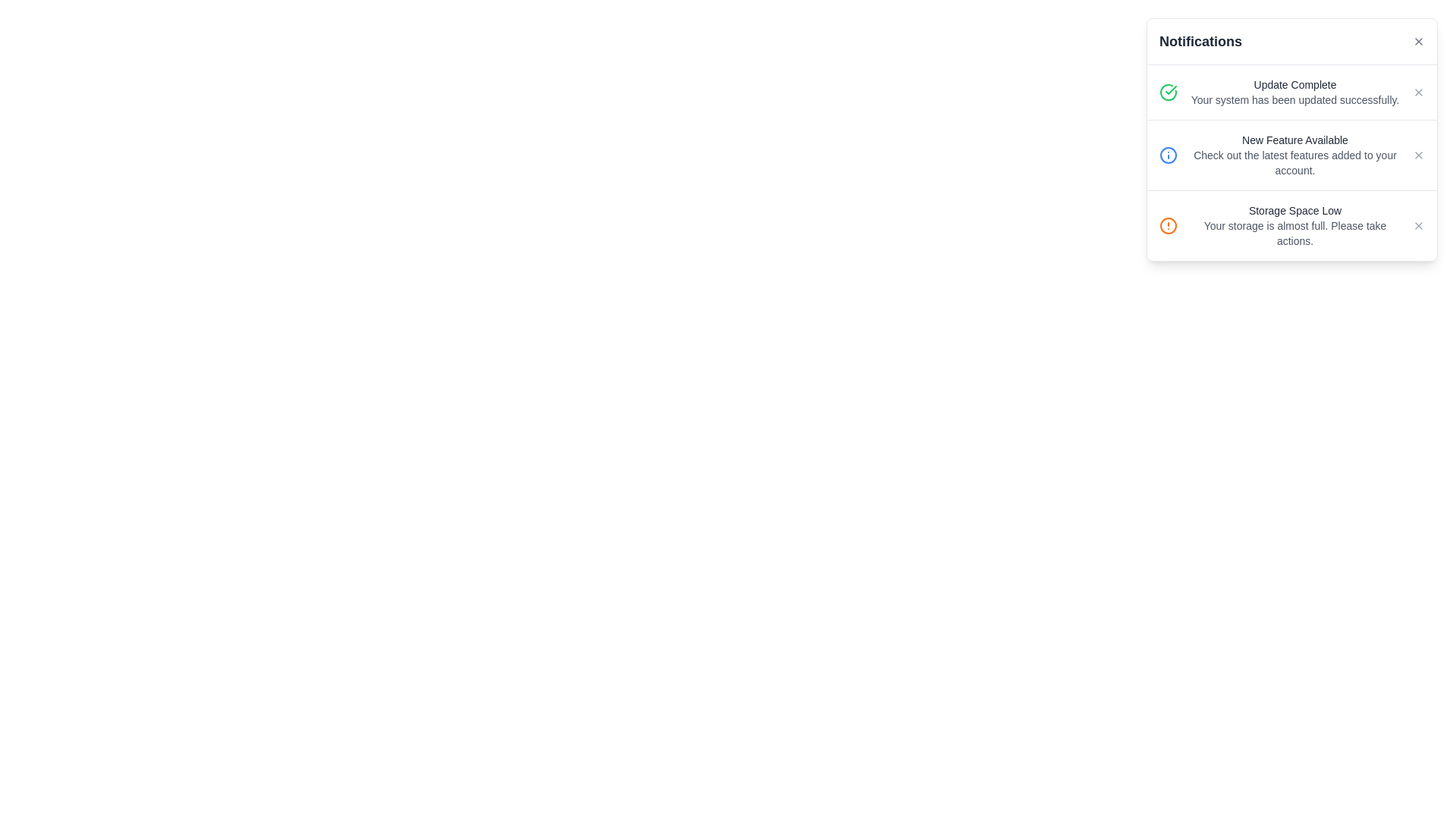 The height and width of the screenshot is (819, 1456). I want to click on the circular outline in the 'Storage Space Low' notification box located in the bottom part of the notification list on the right-hand side of the interface, so click(1167, 225).